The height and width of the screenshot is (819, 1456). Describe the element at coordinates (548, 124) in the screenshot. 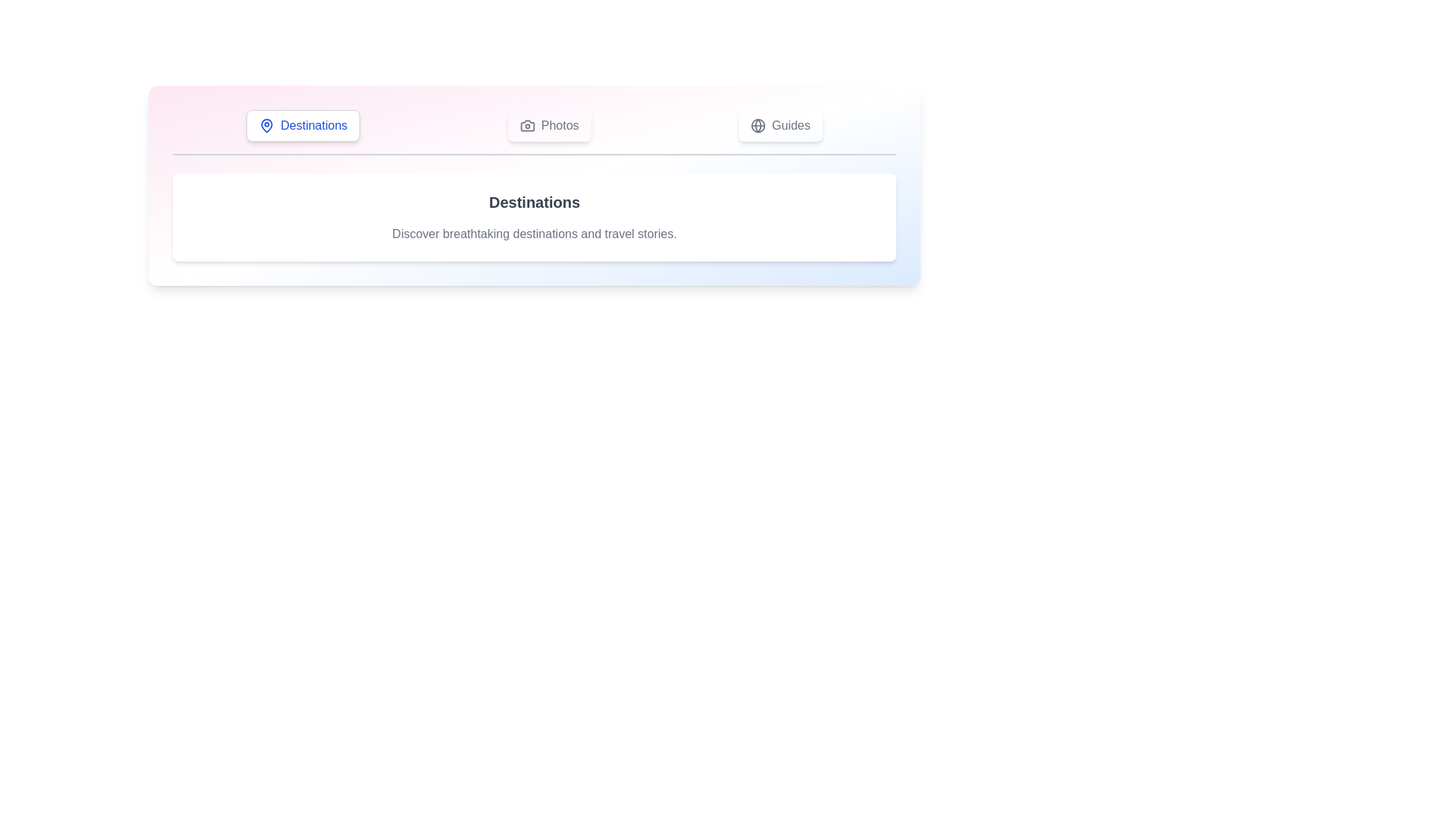

I see `the tab labeled Photos` at that location.